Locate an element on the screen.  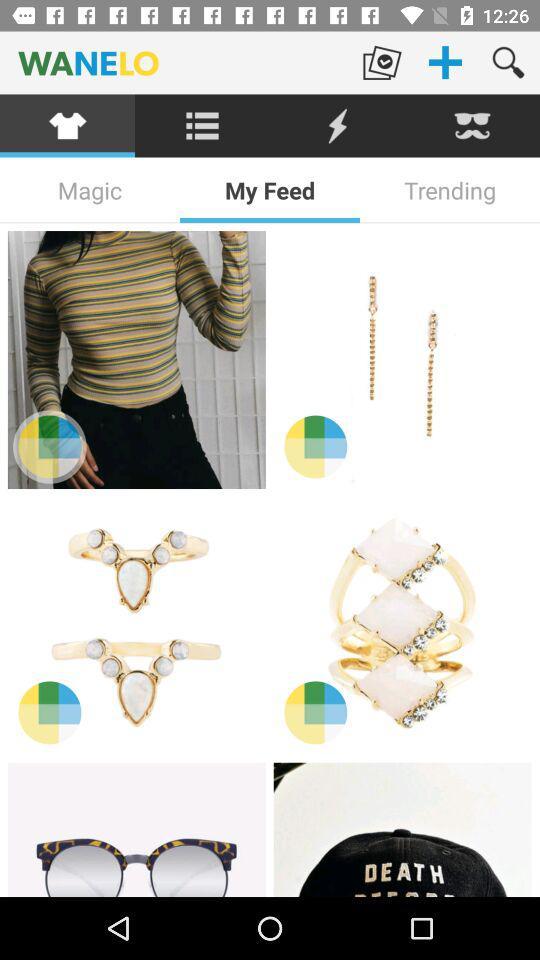
eyeglass is located at coordinates (135, 829).